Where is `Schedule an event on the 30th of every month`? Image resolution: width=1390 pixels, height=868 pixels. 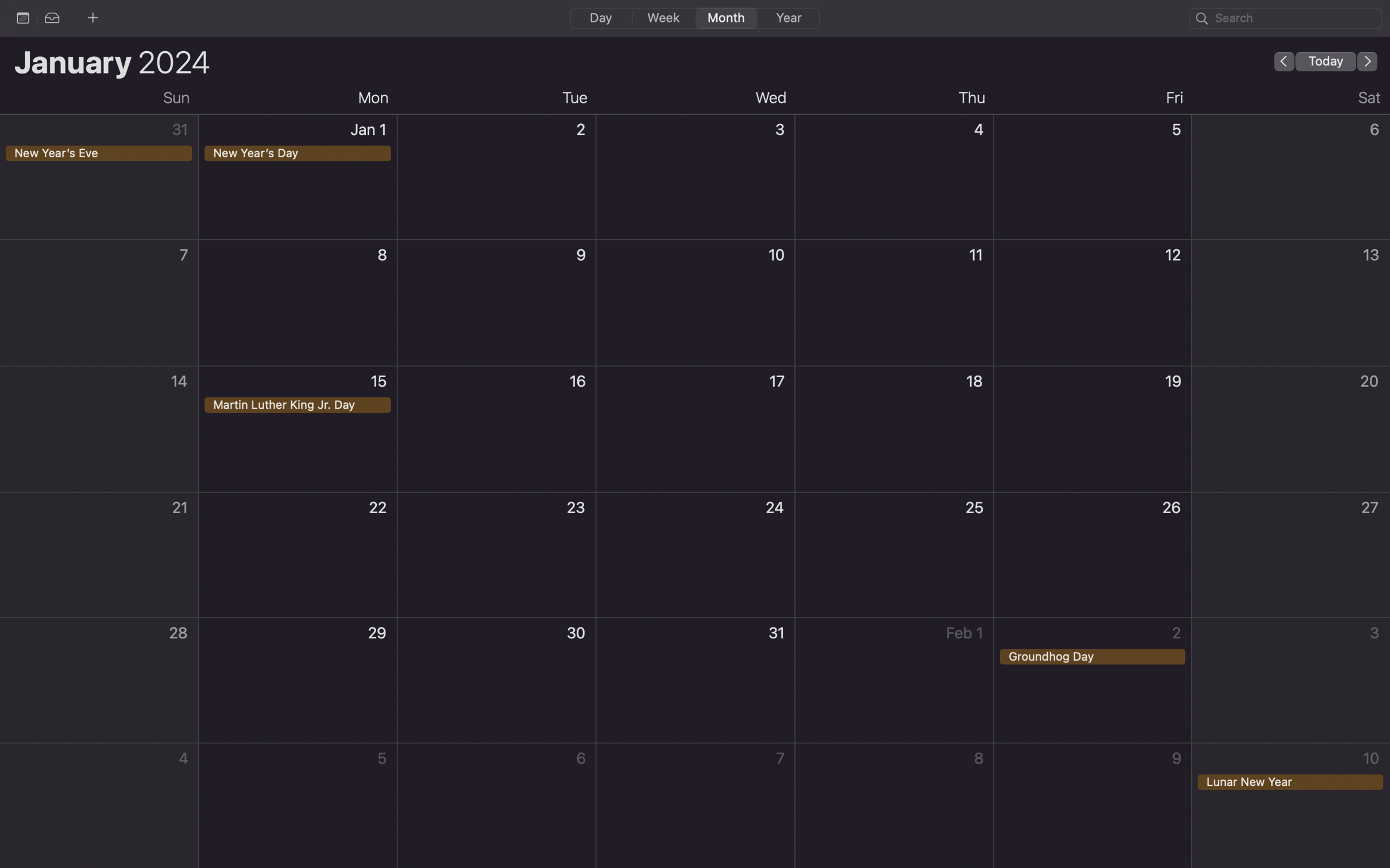 Schedule an event on the 30th of every month is located at coordinates (497, 681).